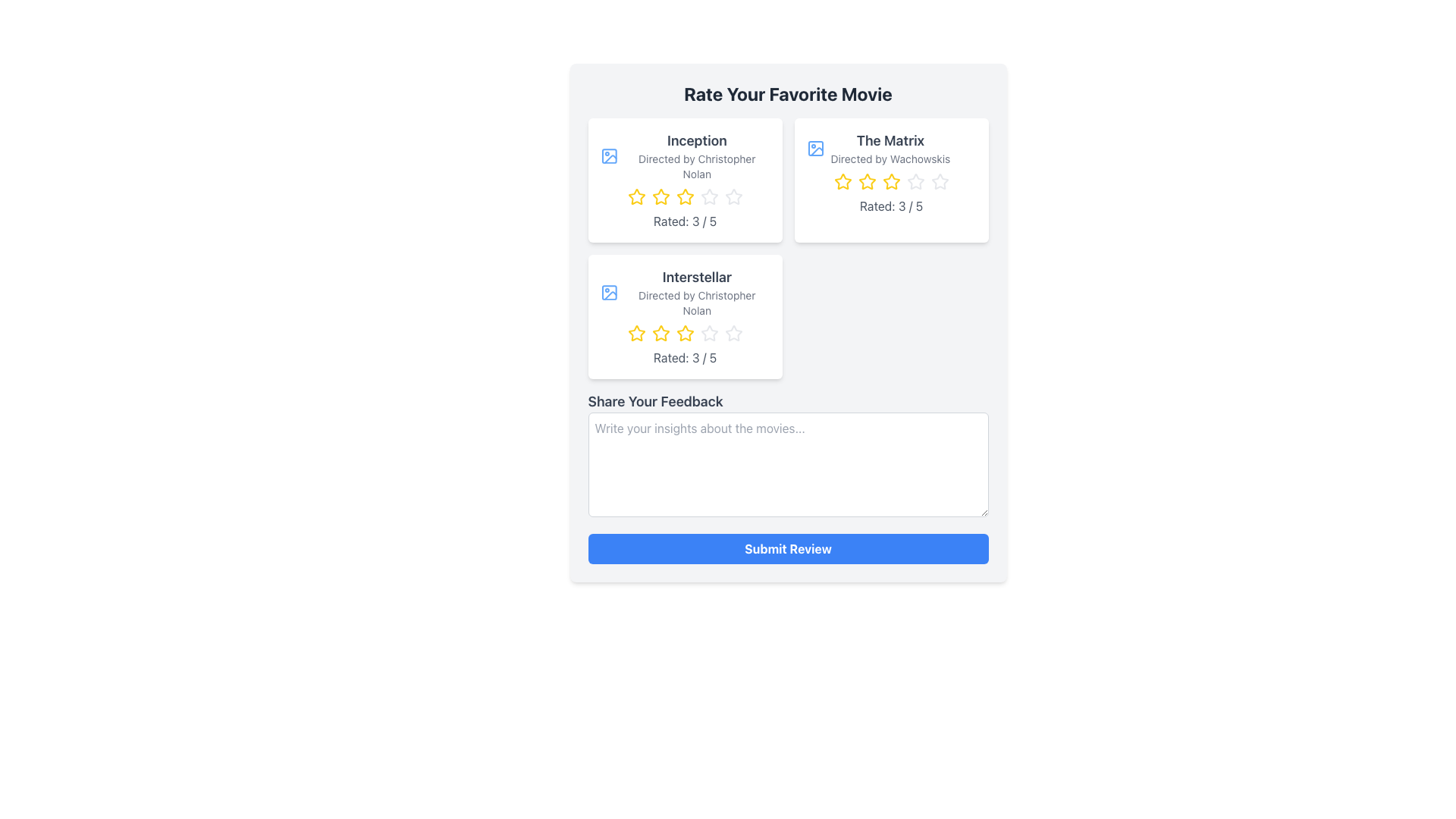  I want to click on any of the star icons in the card component titled 'Inception' to adjust the rating, so click(684, 180).